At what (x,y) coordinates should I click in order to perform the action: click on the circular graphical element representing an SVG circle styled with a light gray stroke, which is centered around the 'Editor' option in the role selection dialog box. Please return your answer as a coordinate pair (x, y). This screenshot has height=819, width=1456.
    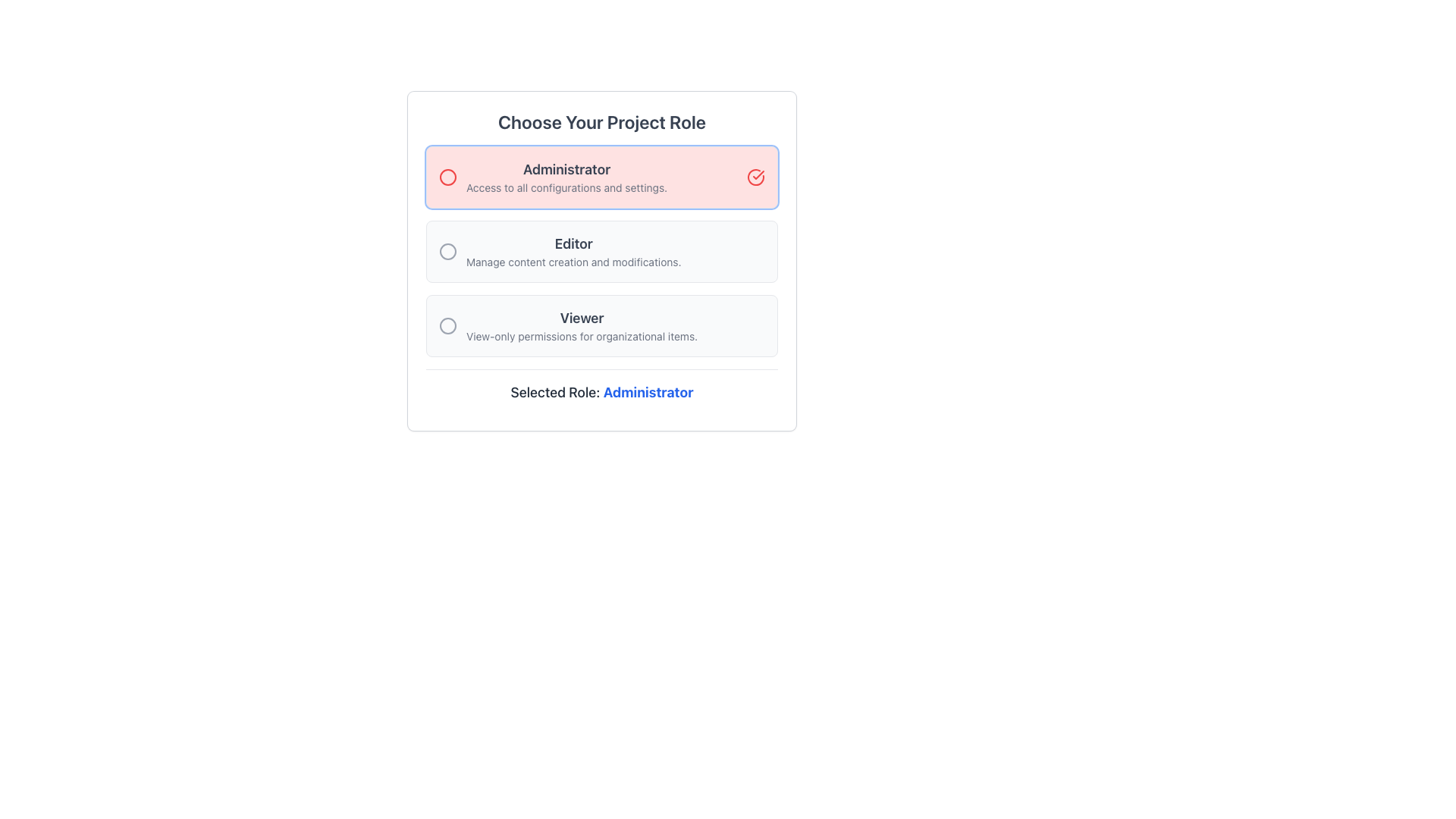
    Looking at the image, I should click on (447, 250).